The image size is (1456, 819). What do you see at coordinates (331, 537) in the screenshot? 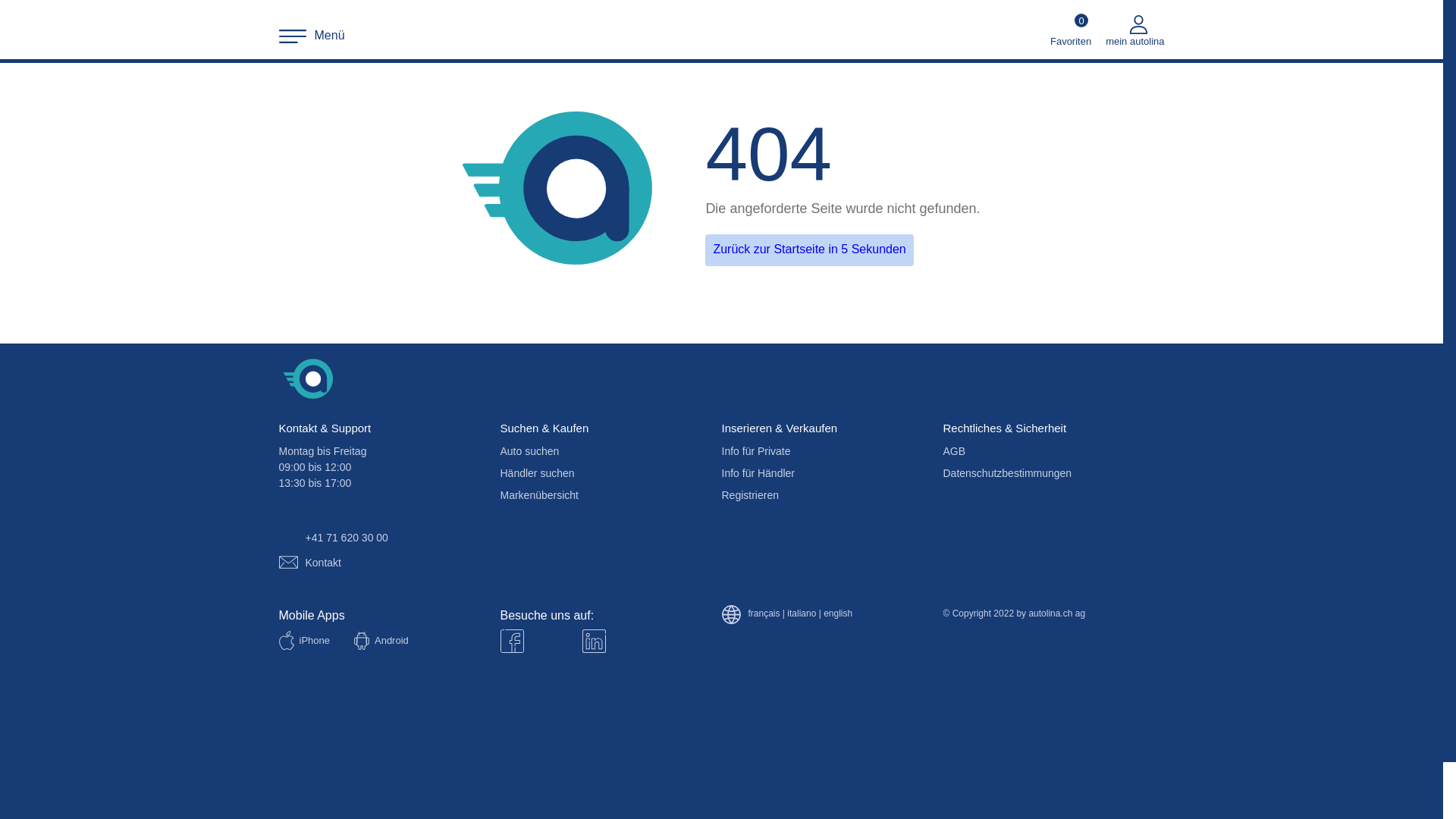
I see `'+41 71 620 30 00'` at bounding box center [331, 537].